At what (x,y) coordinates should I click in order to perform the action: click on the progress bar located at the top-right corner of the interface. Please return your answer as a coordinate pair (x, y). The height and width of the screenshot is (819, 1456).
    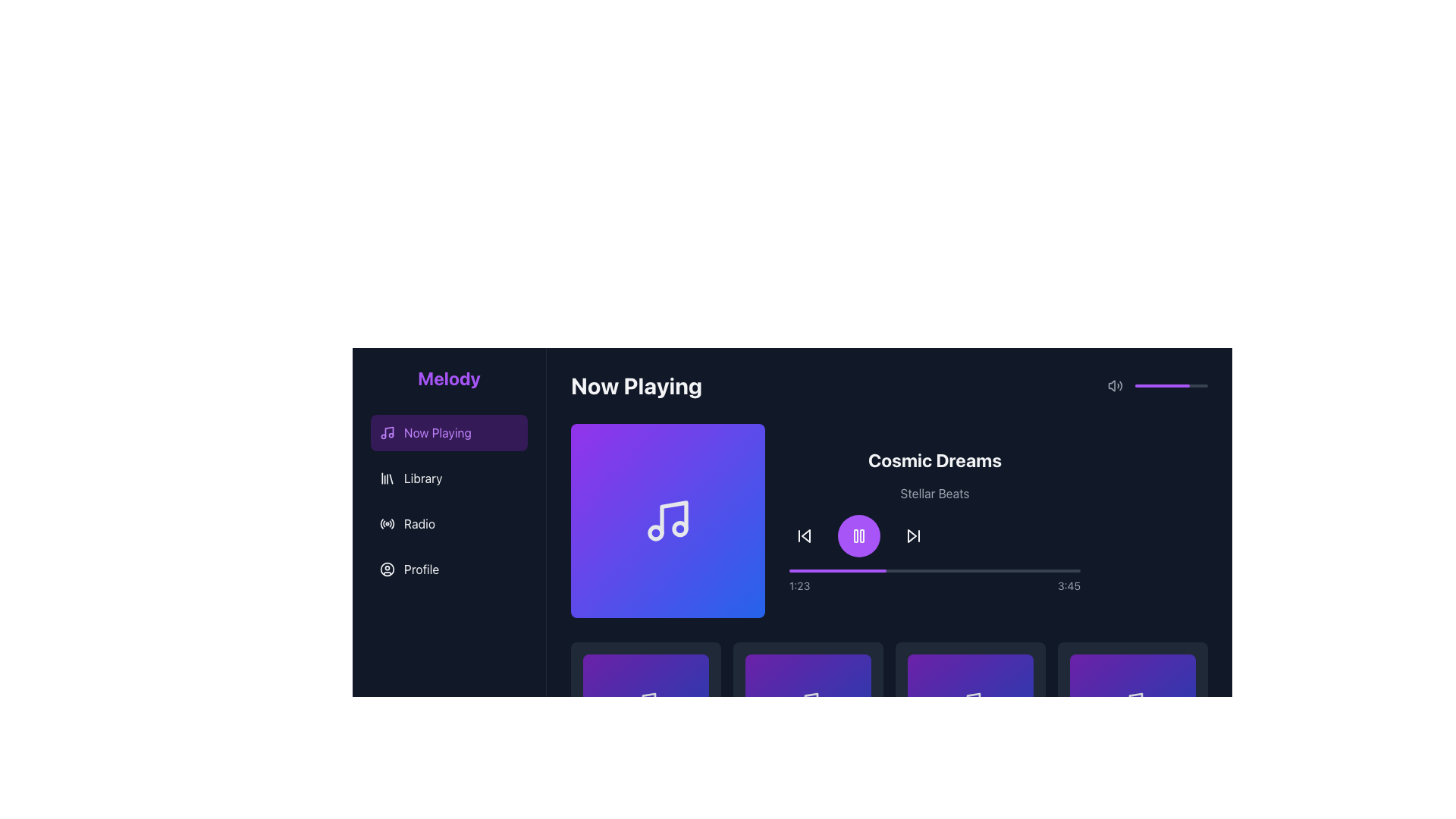
    Looking at the image, I should click on (1171, 385).